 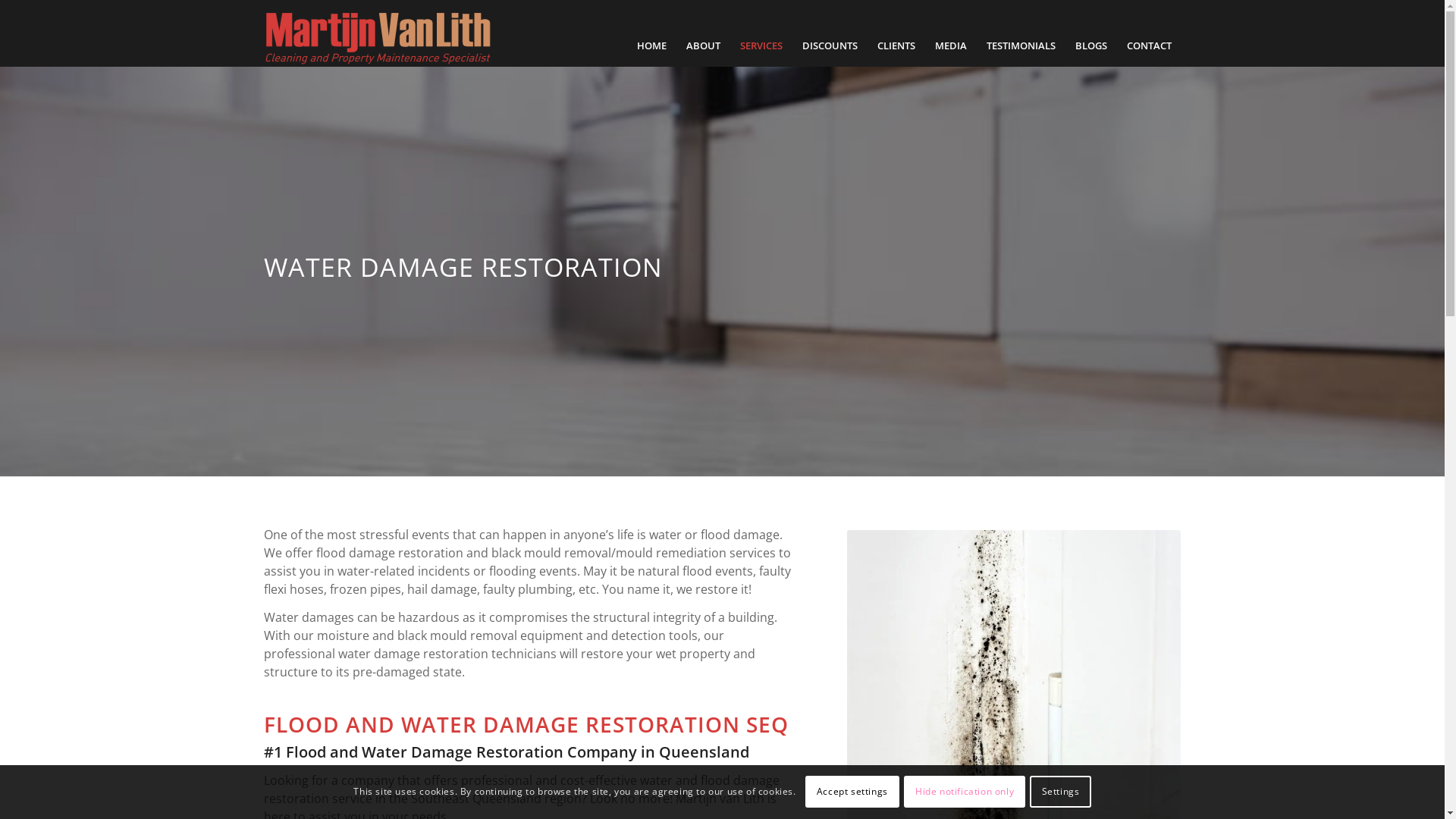 What do you see at coordinates (964, 791) in the screenshot?
I see `'Hide notification only'` at bounding box center [964, 791].